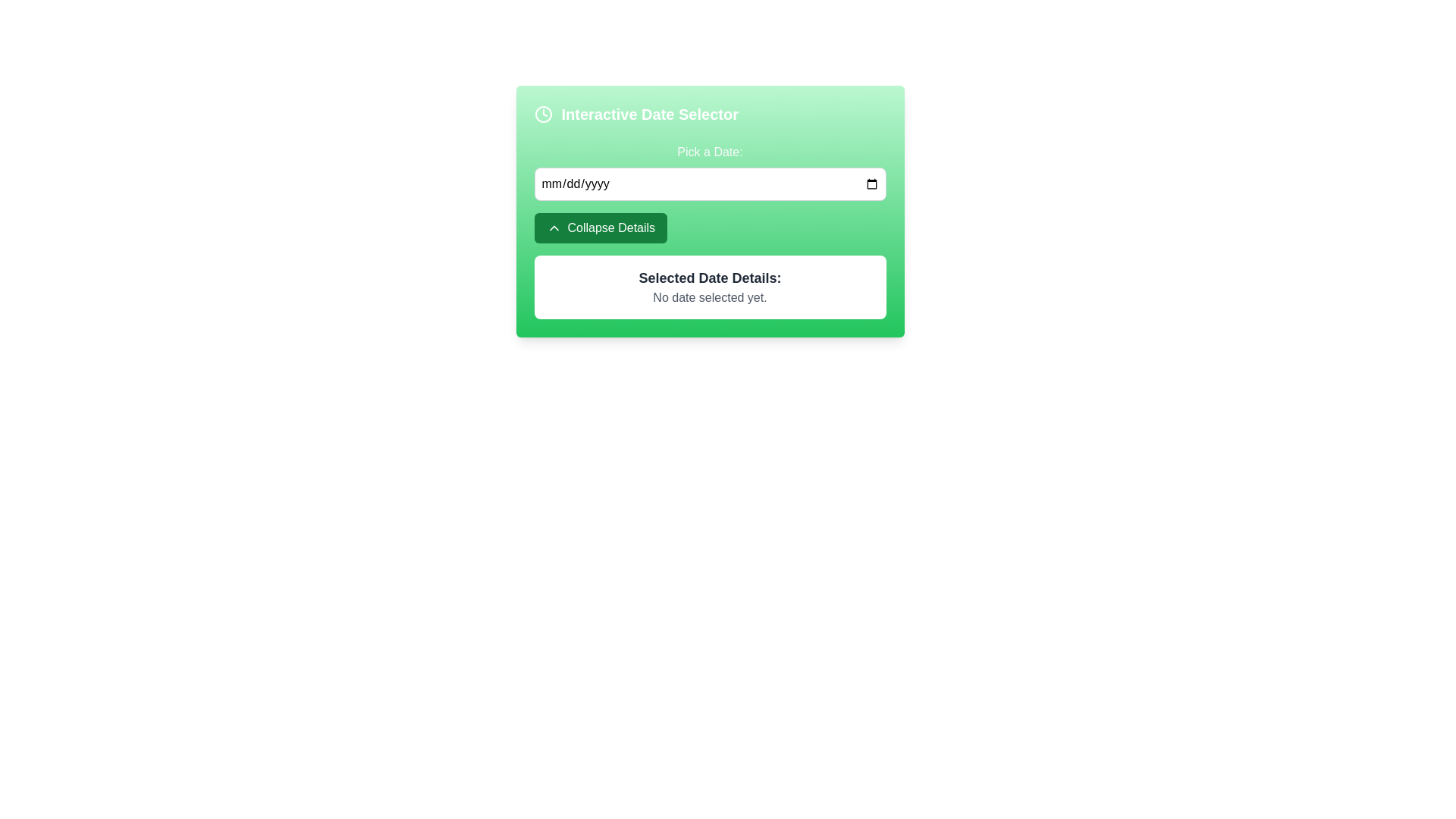 Image resolution: width=1456 pixels, height=819 pixels. What do you see at coordinates (709, 113) in the screenshot?
I see `the center of the 'Interactive Date Selector' text label with icon, which is styled in bold white font against a green gradient background, for potential interactivity` at bounding box center [709, 113].